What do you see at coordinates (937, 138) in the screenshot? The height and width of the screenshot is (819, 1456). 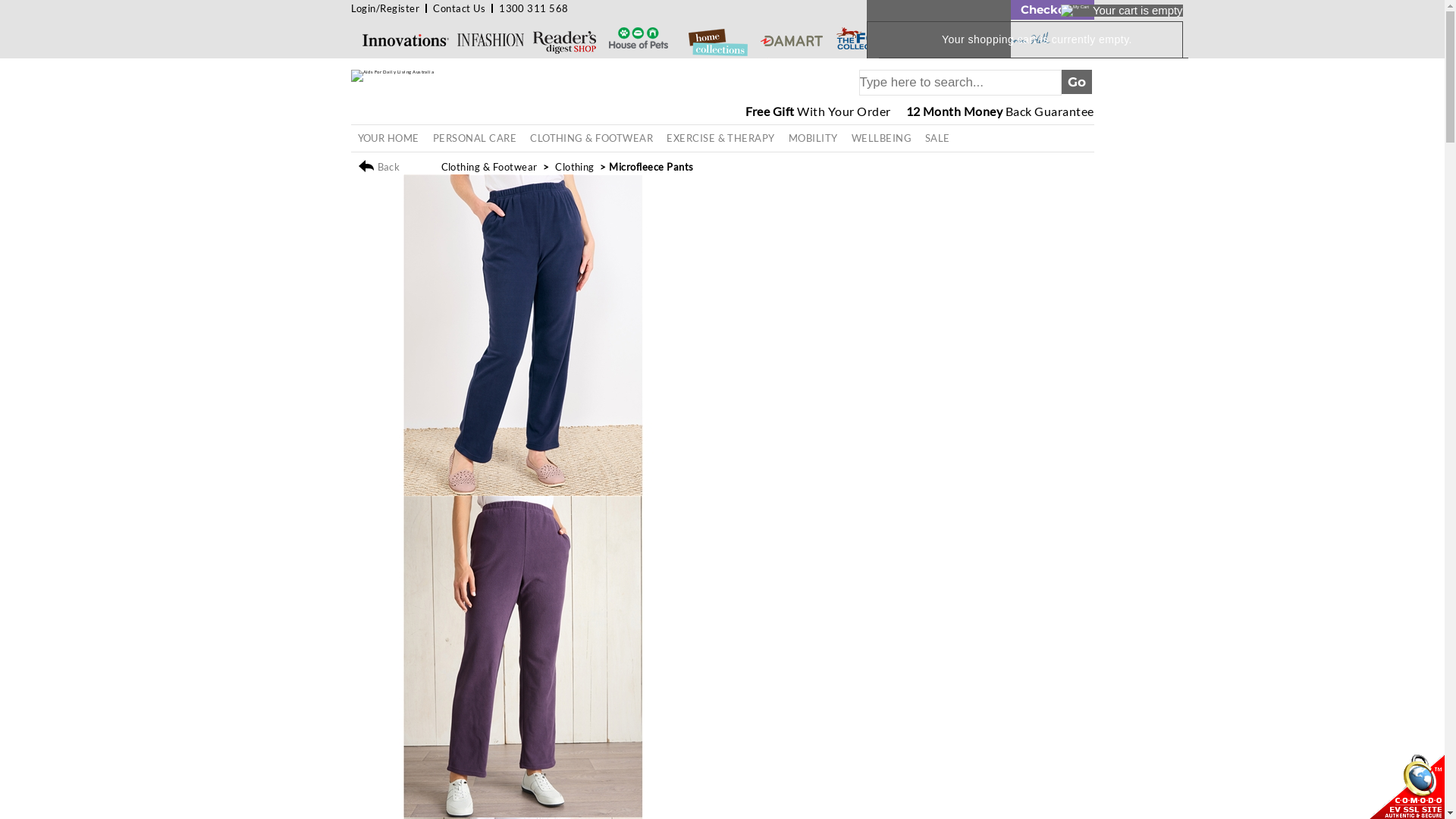 I see `'SALE'` at bounding box center [937, 138].